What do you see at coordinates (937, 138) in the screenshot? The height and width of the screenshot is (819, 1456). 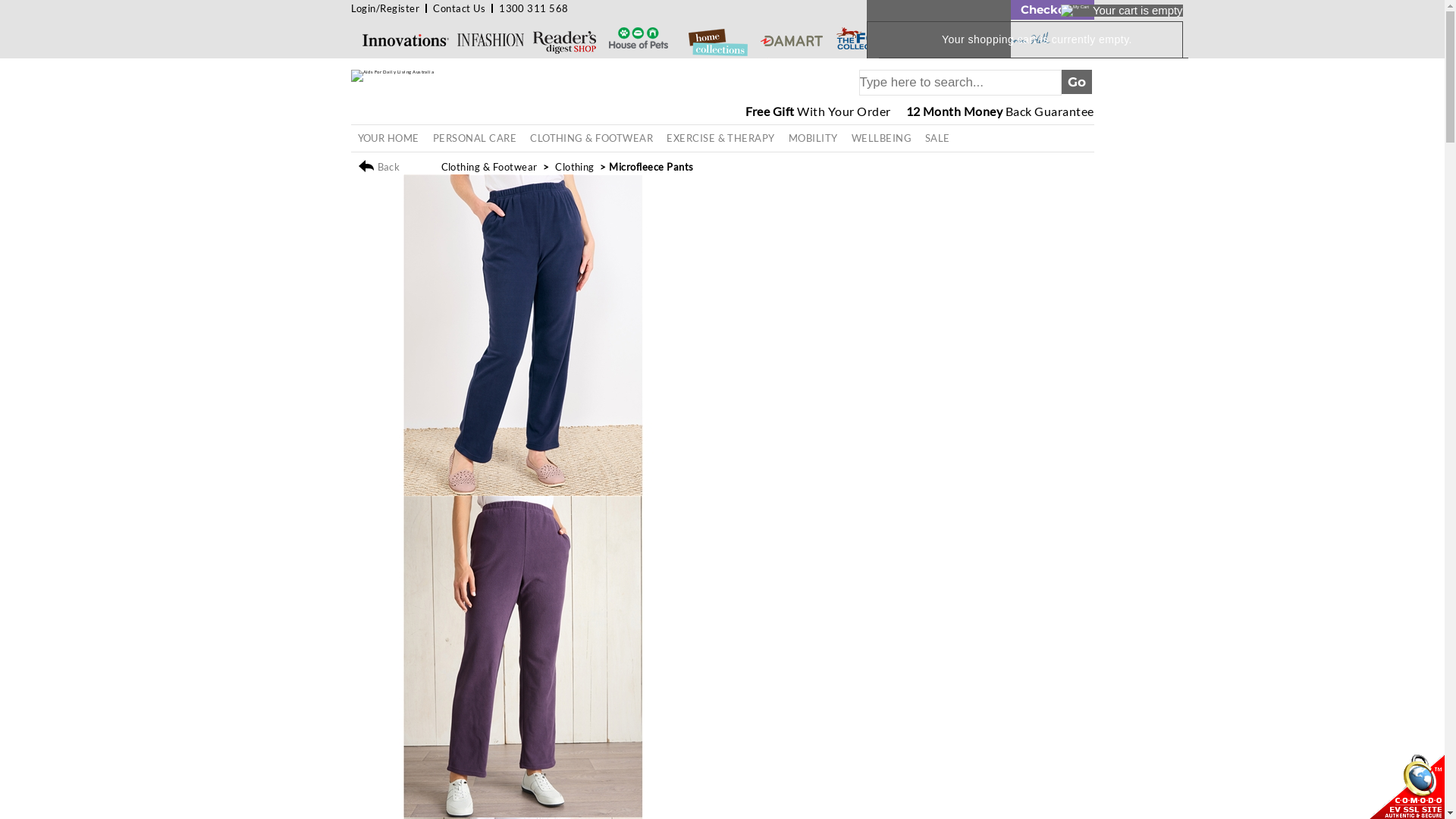 I see `'SALE'` at bounding box center [937, 138].